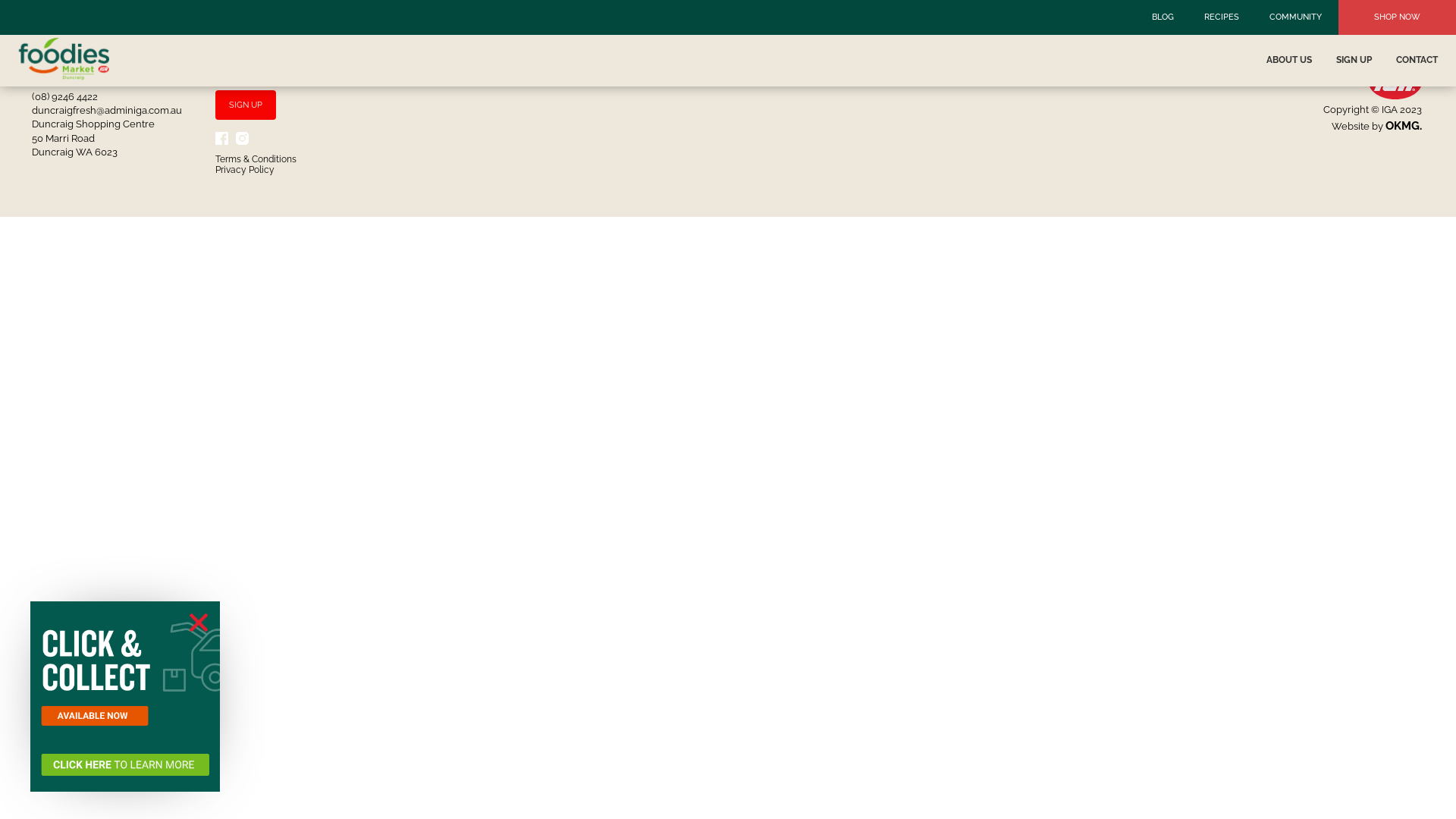 The height and width of the screenshot is (819, 1456). What do you see at coordinates (64, 96) in the screenshot?
I see `'(08) 9246 4422'` at bounding box center [64, 96].